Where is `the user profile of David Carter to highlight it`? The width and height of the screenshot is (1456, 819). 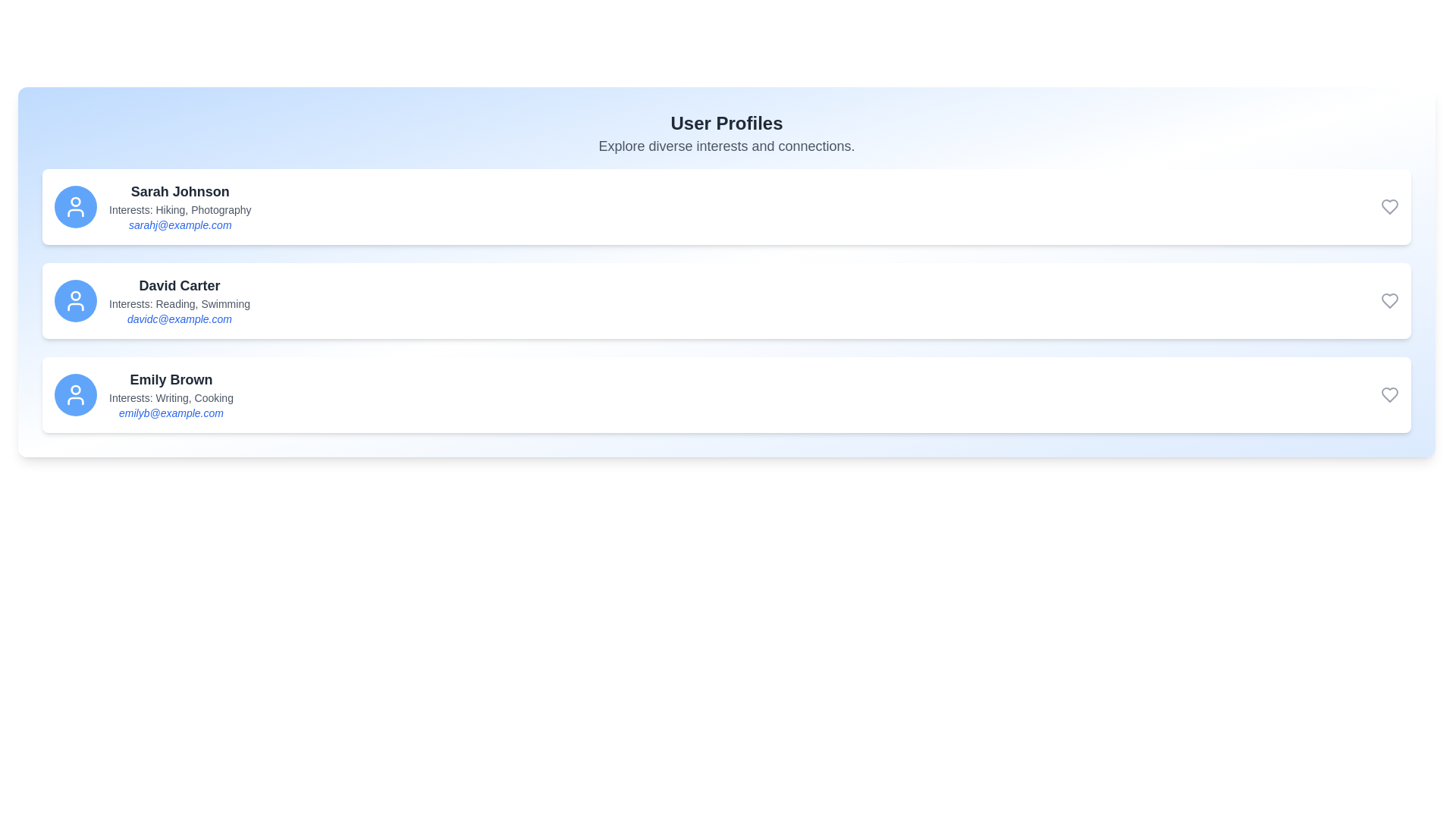
the user profile of David Carter to highlight it is located at coordinates (726, 301).